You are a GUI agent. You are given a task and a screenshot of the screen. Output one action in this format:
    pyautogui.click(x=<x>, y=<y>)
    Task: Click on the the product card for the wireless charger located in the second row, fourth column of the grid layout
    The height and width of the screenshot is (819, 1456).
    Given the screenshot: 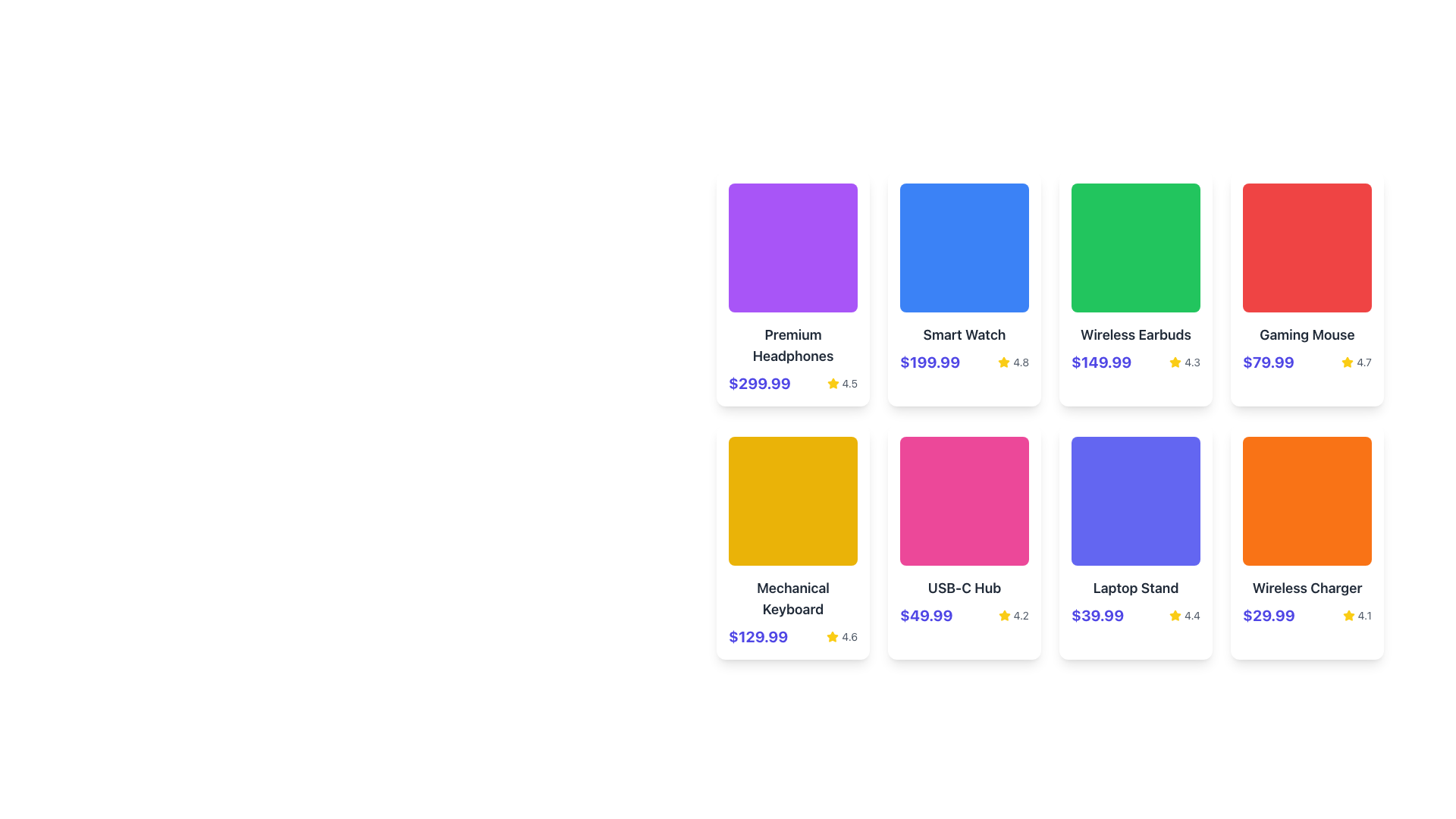 What is the action you would take?
    pyautogui.click(x=1306, y=541)
    